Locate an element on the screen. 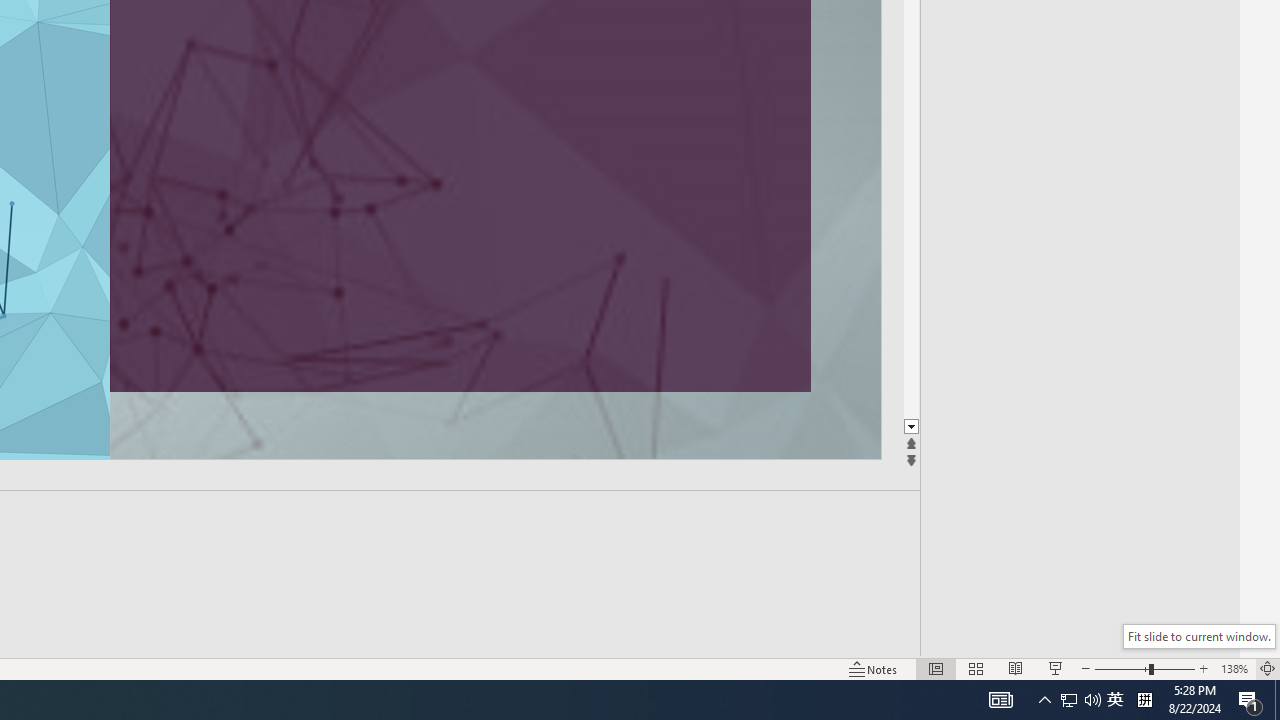 This screenshot has width=1280, height=720. 'Zoom 138%' is located at coordinates (1233, 669).